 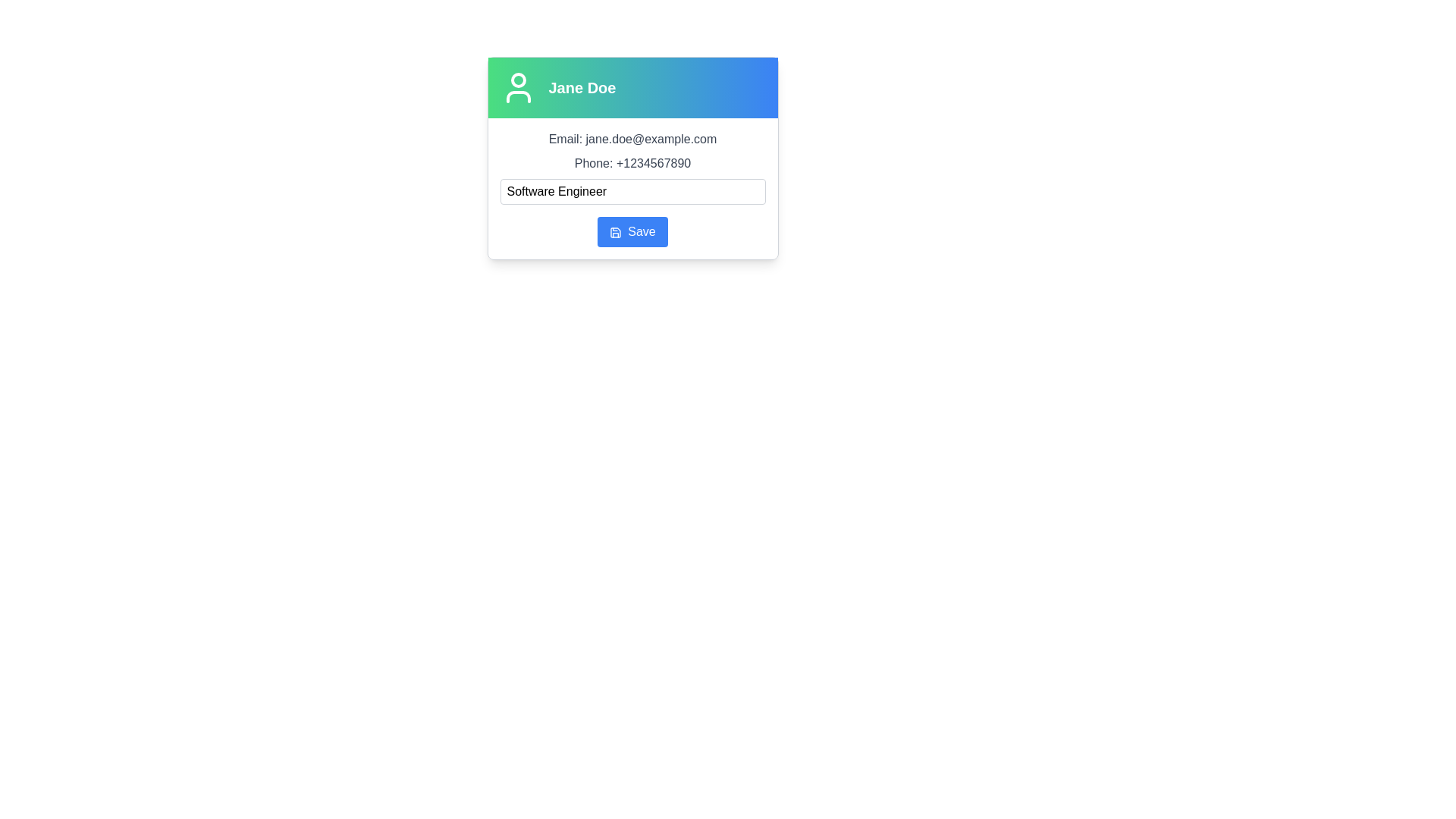 What do you see at coordinates (616, 232) in the screenshot?
I see `the floppy disk icon representing the 'save' functionality, which is located within the 'Save' button, to the left of the button text` at bounding box center [616, 232].